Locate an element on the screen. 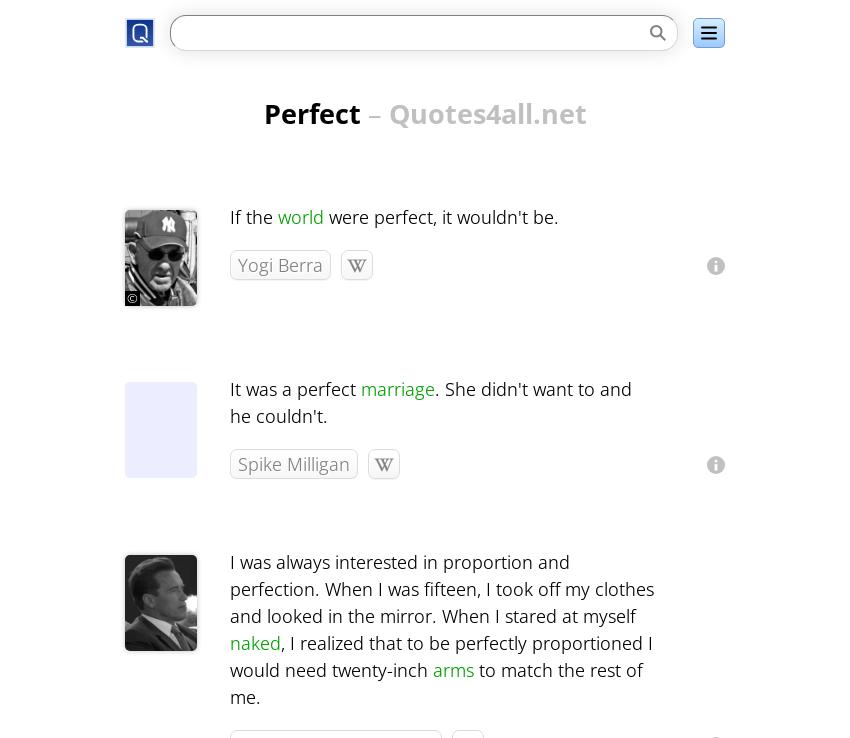 Image resolution: width=850 pixels, height=738 pixels. 'Yogi Berra' is located at coordinates (238, 265).